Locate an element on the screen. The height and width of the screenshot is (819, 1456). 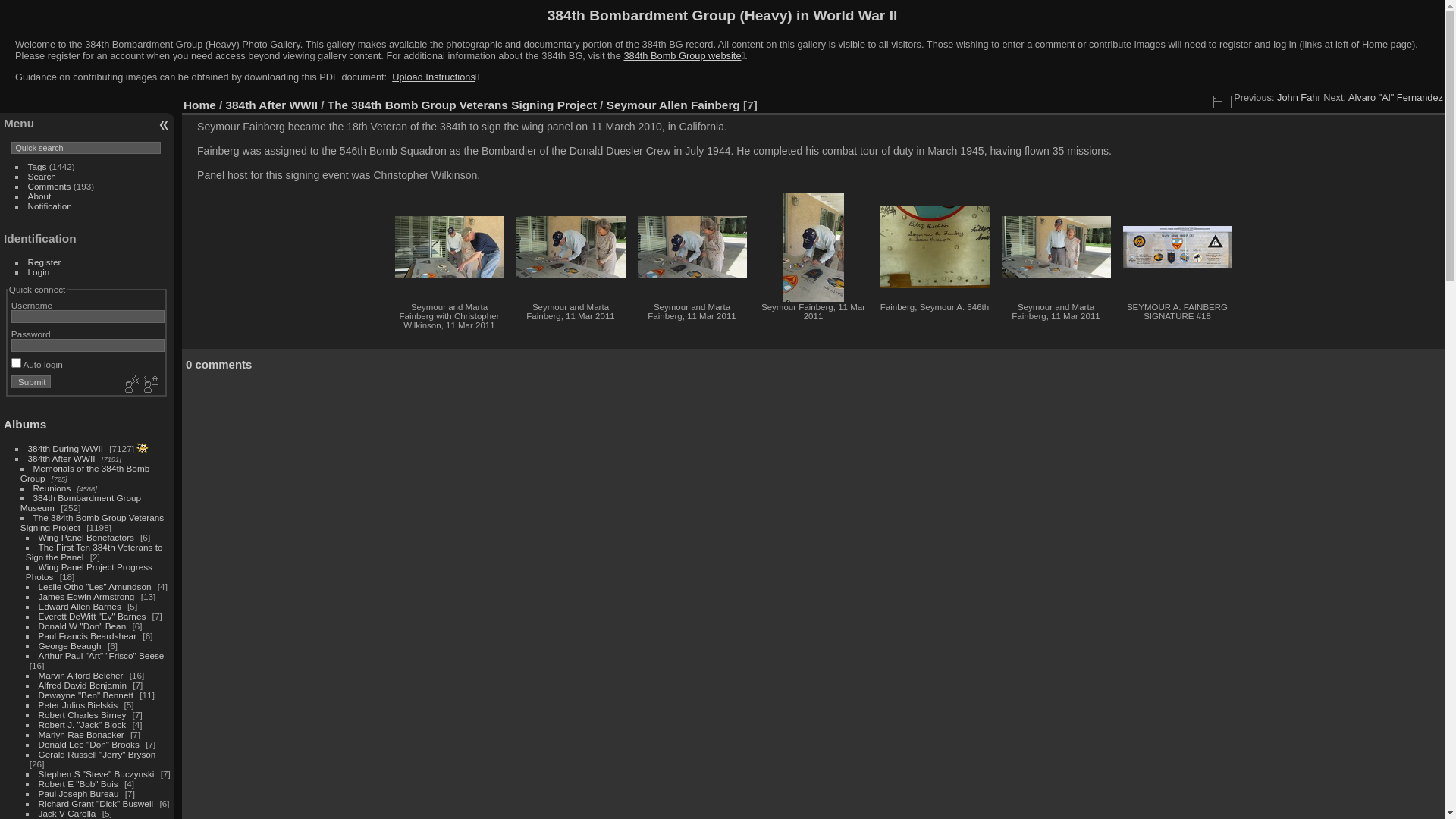
'Leslie Otho "Les" Amundson' is located at coordinates (94, 585).